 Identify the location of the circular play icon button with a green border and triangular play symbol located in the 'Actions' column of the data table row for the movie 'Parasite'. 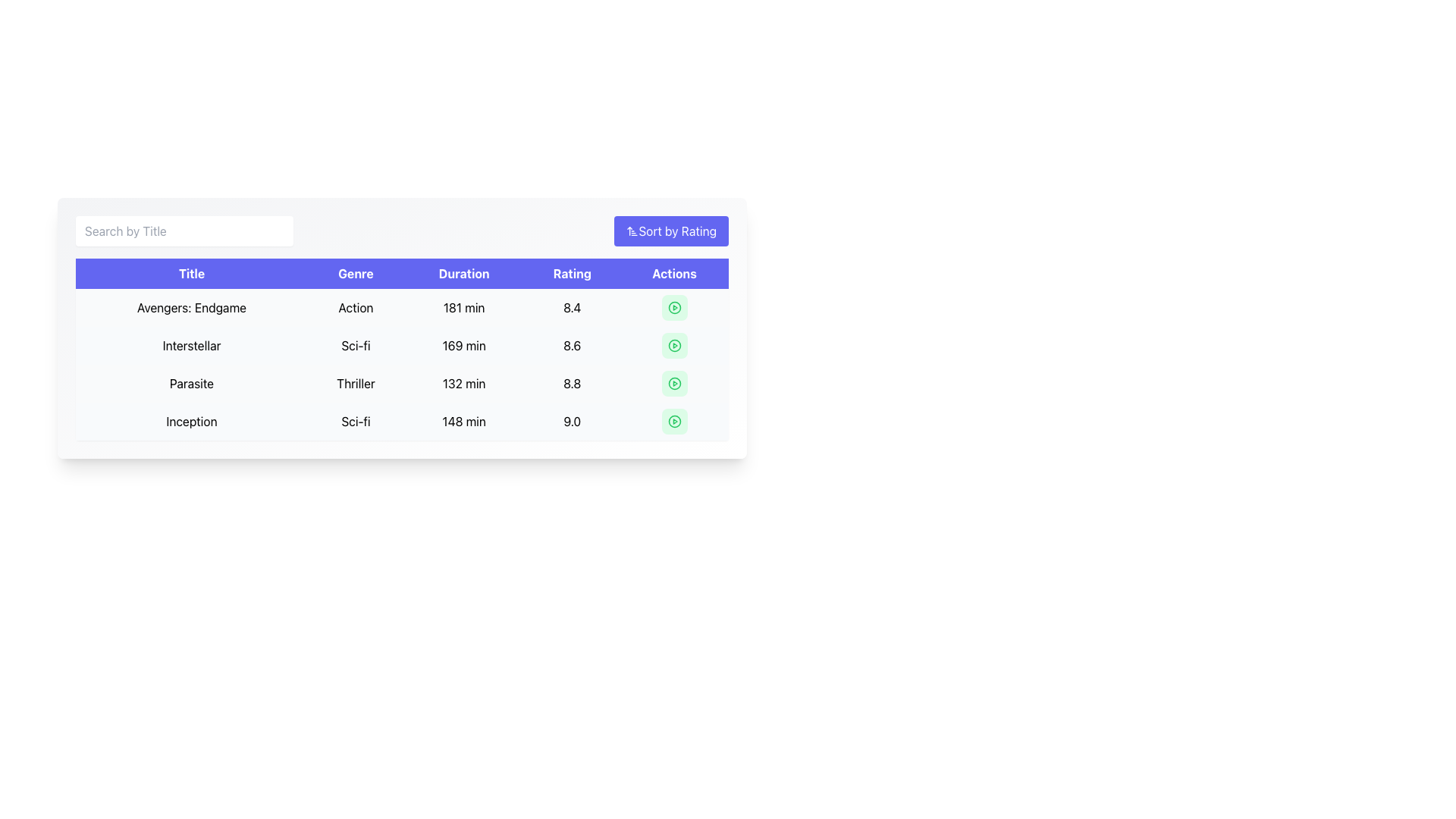
(673, 382).